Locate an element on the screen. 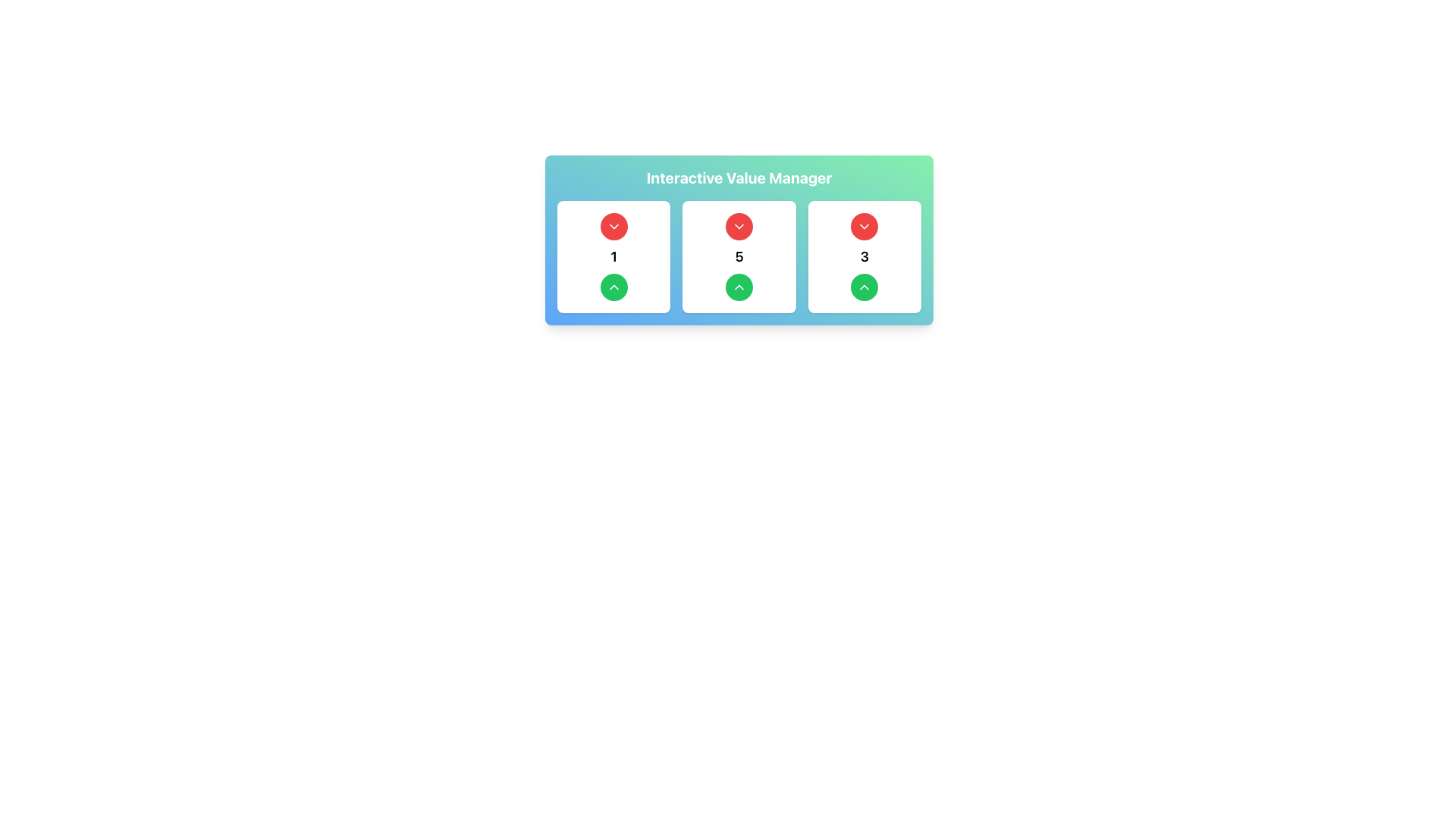 The image size is (1456, 819). the bold, black number '3' displayed in a moderately large font within the third interactive card of the 'Interactive Value Manager', located between the red and green circular buttons is located at coordinates (864, 256).